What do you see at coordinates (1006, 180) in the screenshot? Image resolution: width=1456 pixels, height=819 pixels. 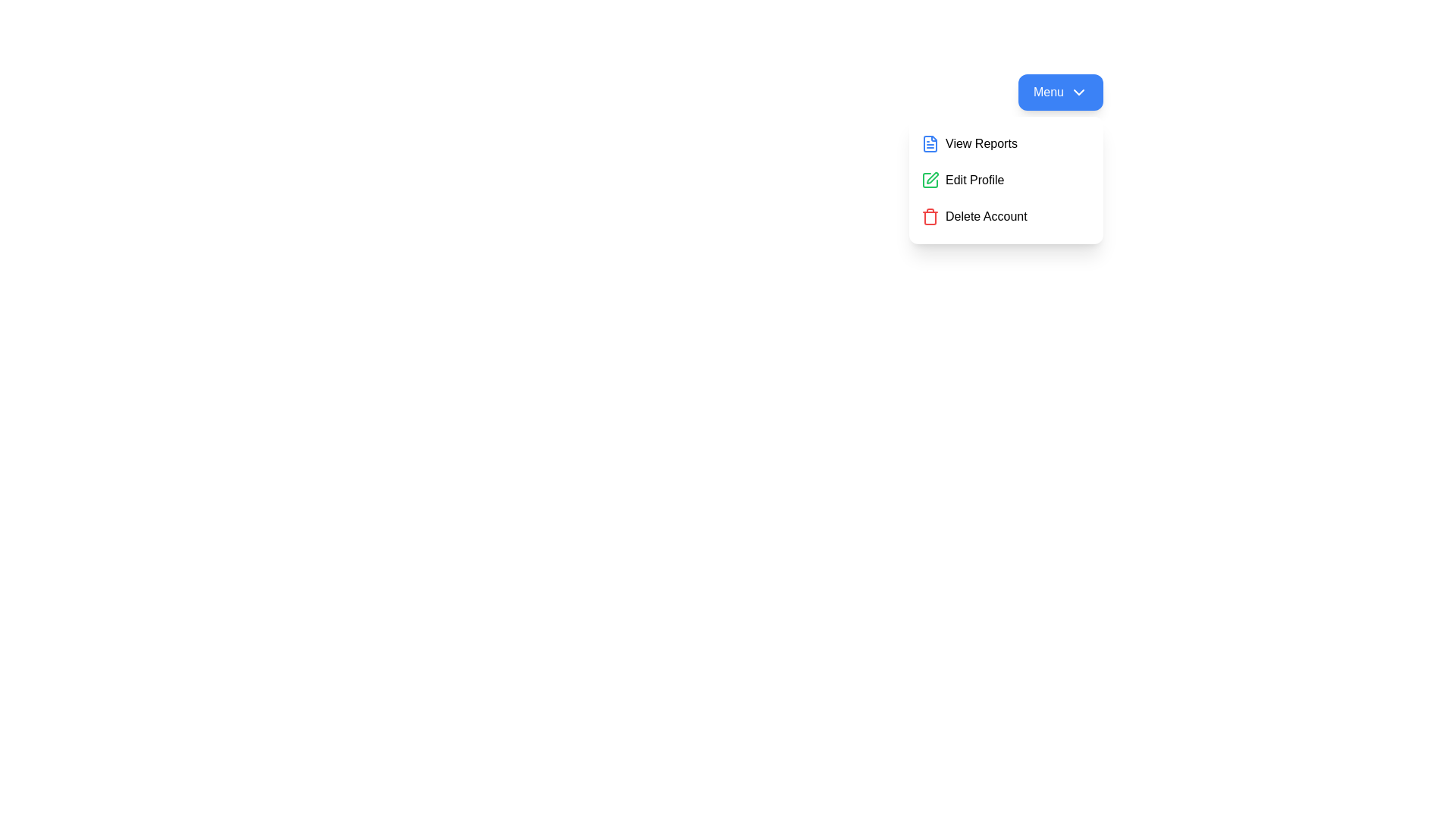 I see `the menu option Edit Profile to highlight it` at bounding box center [1006, 180].